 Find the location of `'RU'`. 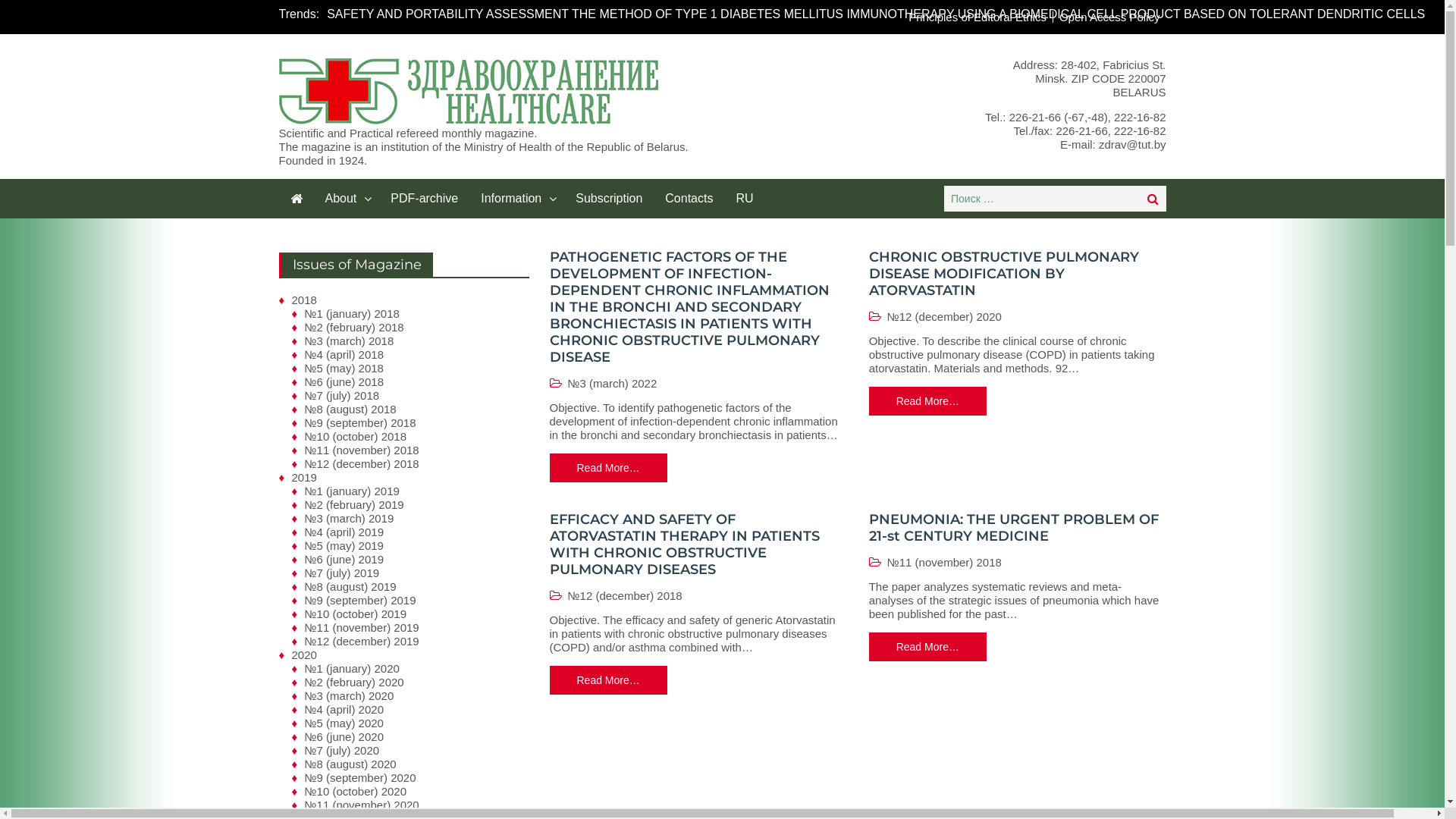

'RU' is located at coordinates (744, 198).